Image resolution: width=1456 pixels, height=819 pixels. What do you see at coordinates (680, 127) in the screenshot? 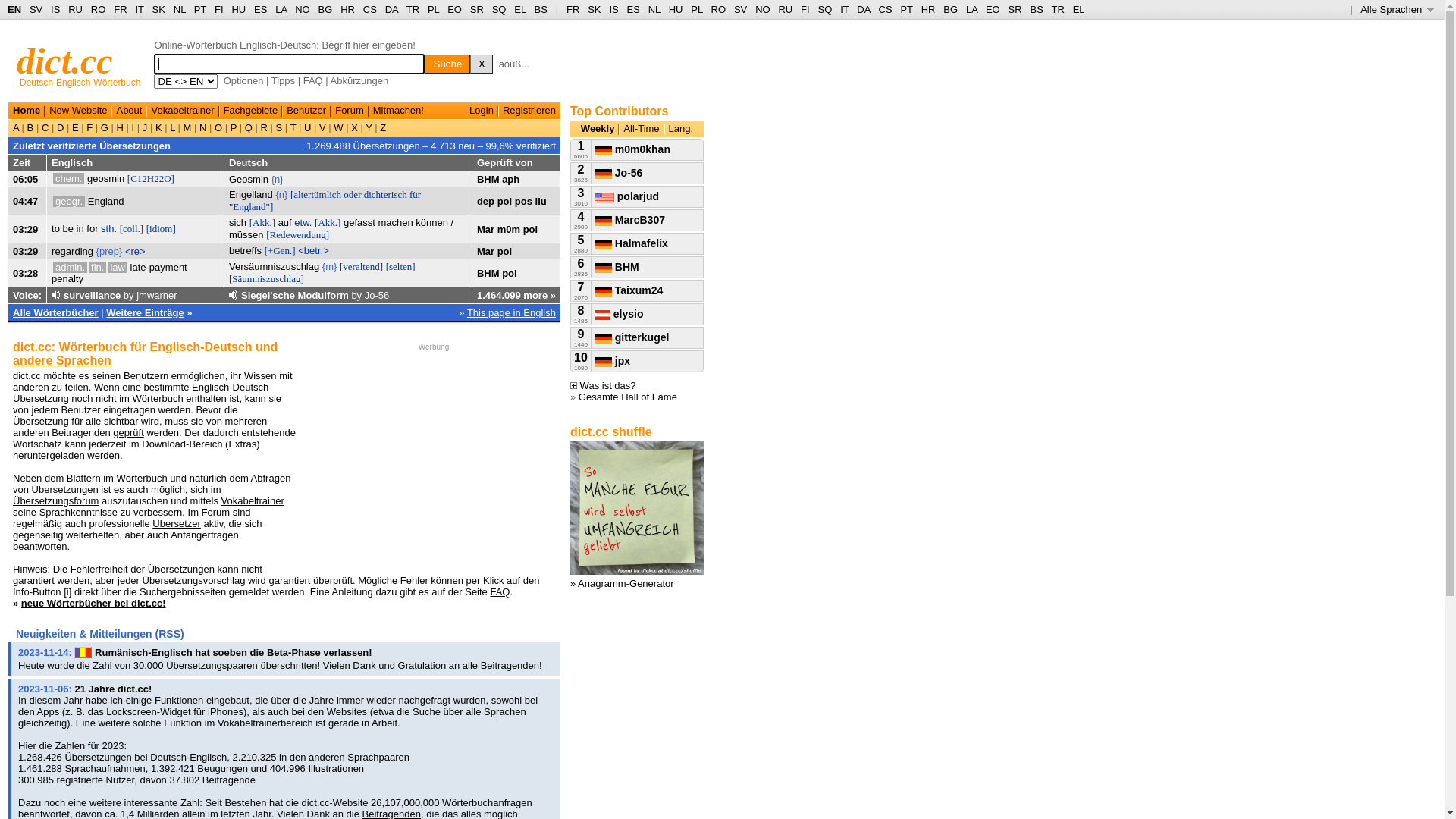
I see `'Lang.'` at bounding box center [680, 127].